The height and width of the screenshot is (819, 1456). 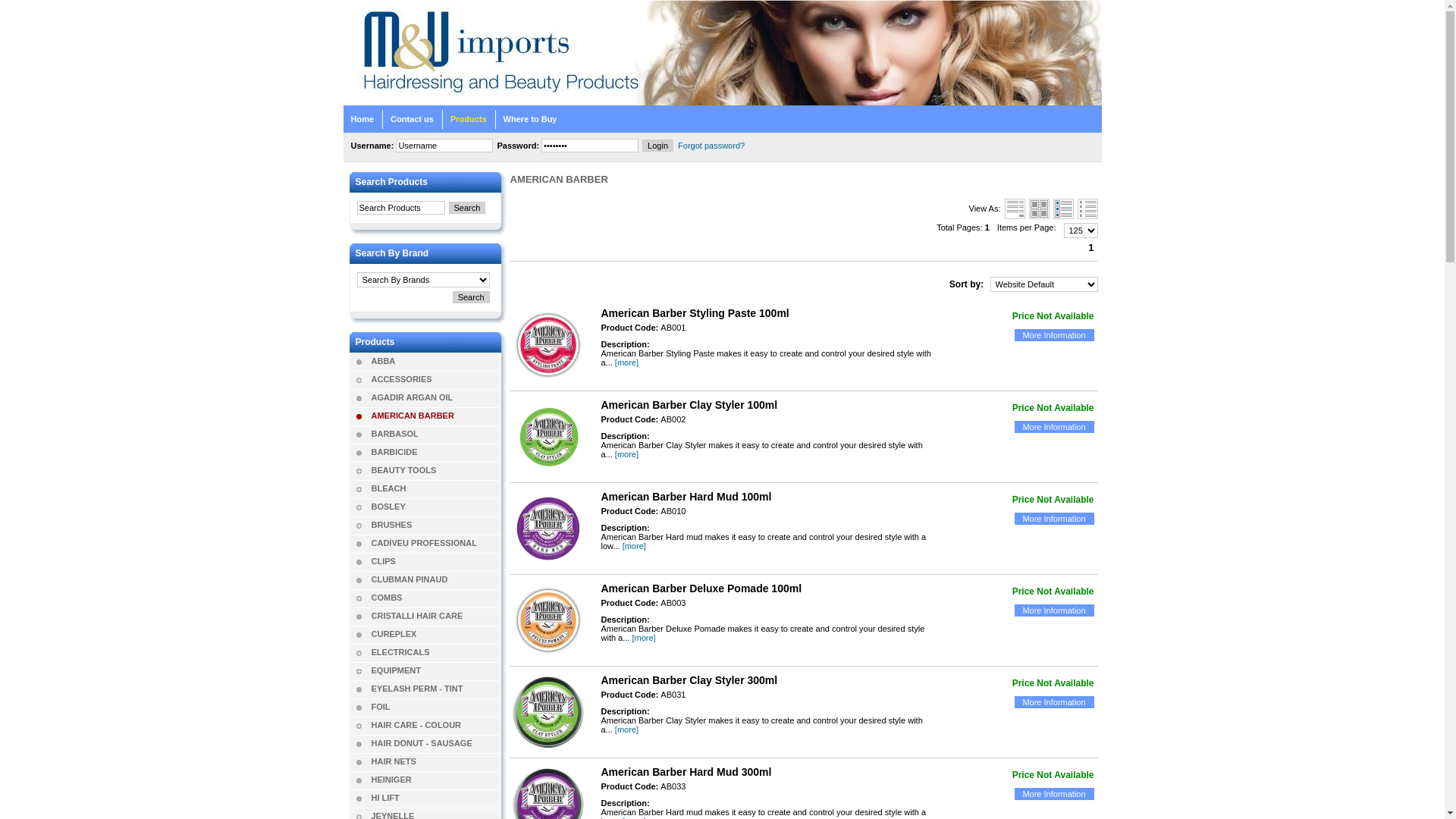 I want to click on 'CLIPS', so click(x=435, y=561).